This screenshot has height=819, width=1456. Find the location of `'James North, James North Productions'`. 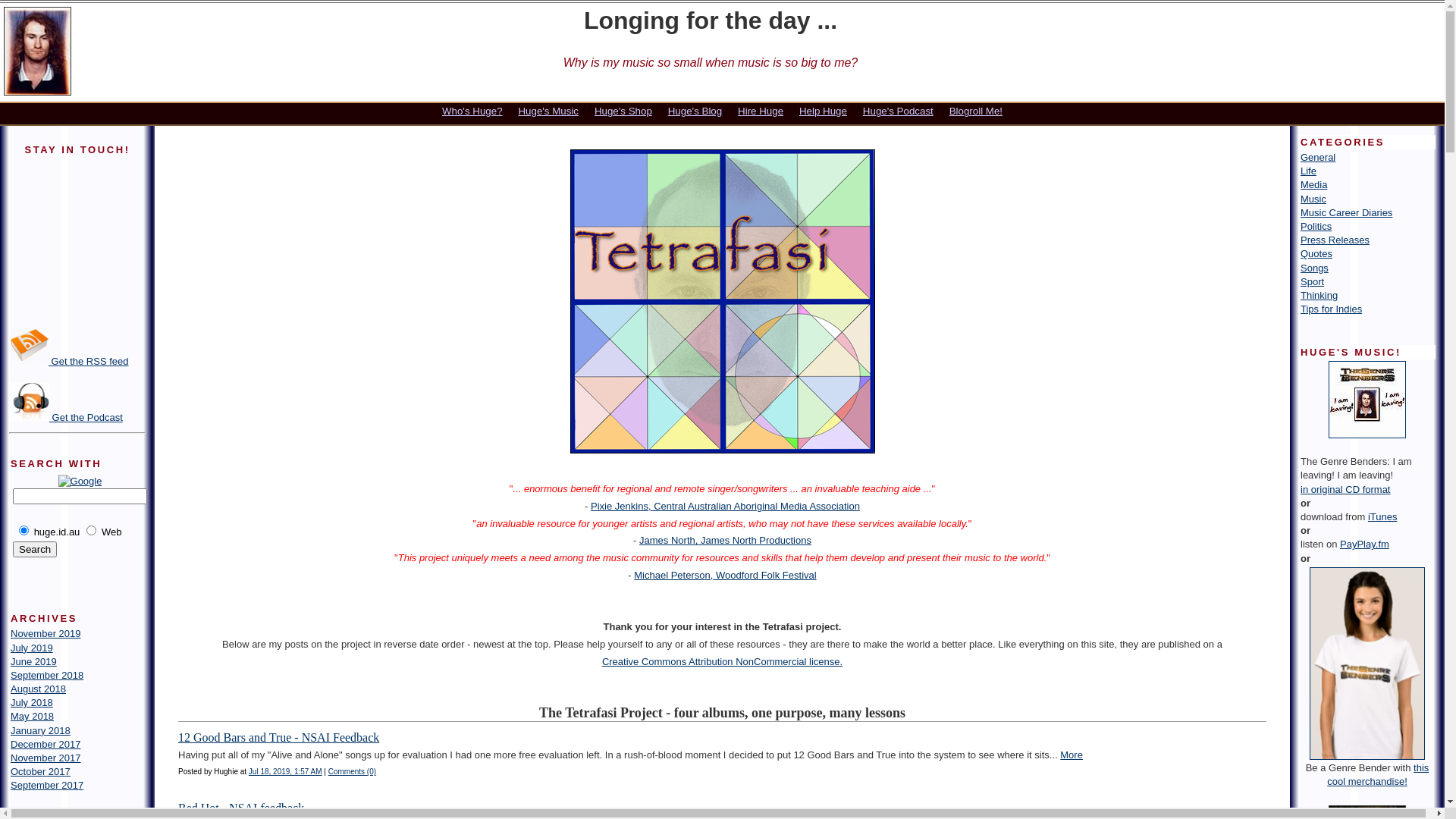

'James North, James North Productions' is located at coordinates (724, 539).